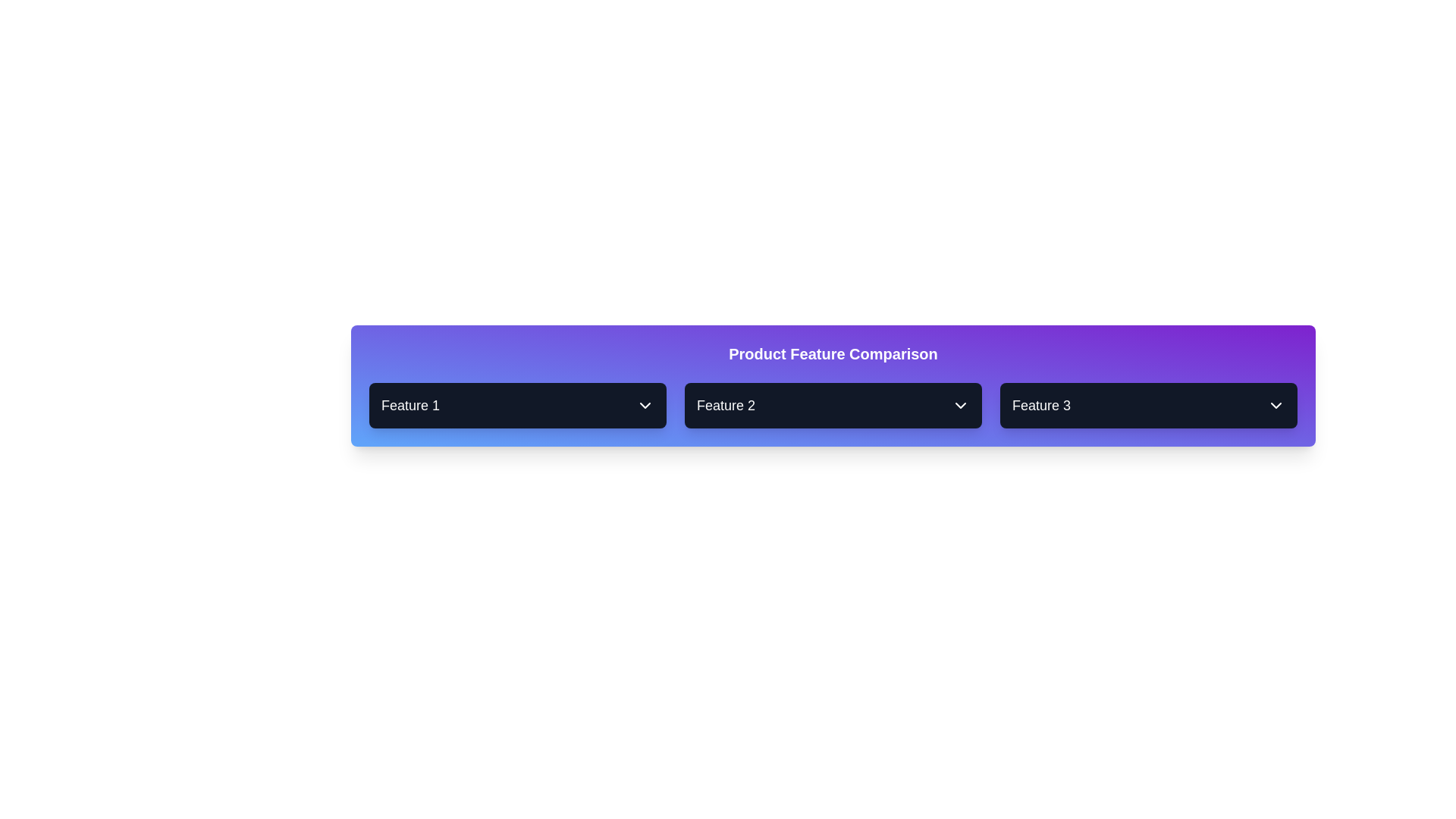 This screenshot has height=819, width=1456. Describe the element at coordinates (833, 405) in the screenshot. I see `the 'Feature 2' button, which is the second option in a horizontal list of three buttons, to interact with it` at that location.